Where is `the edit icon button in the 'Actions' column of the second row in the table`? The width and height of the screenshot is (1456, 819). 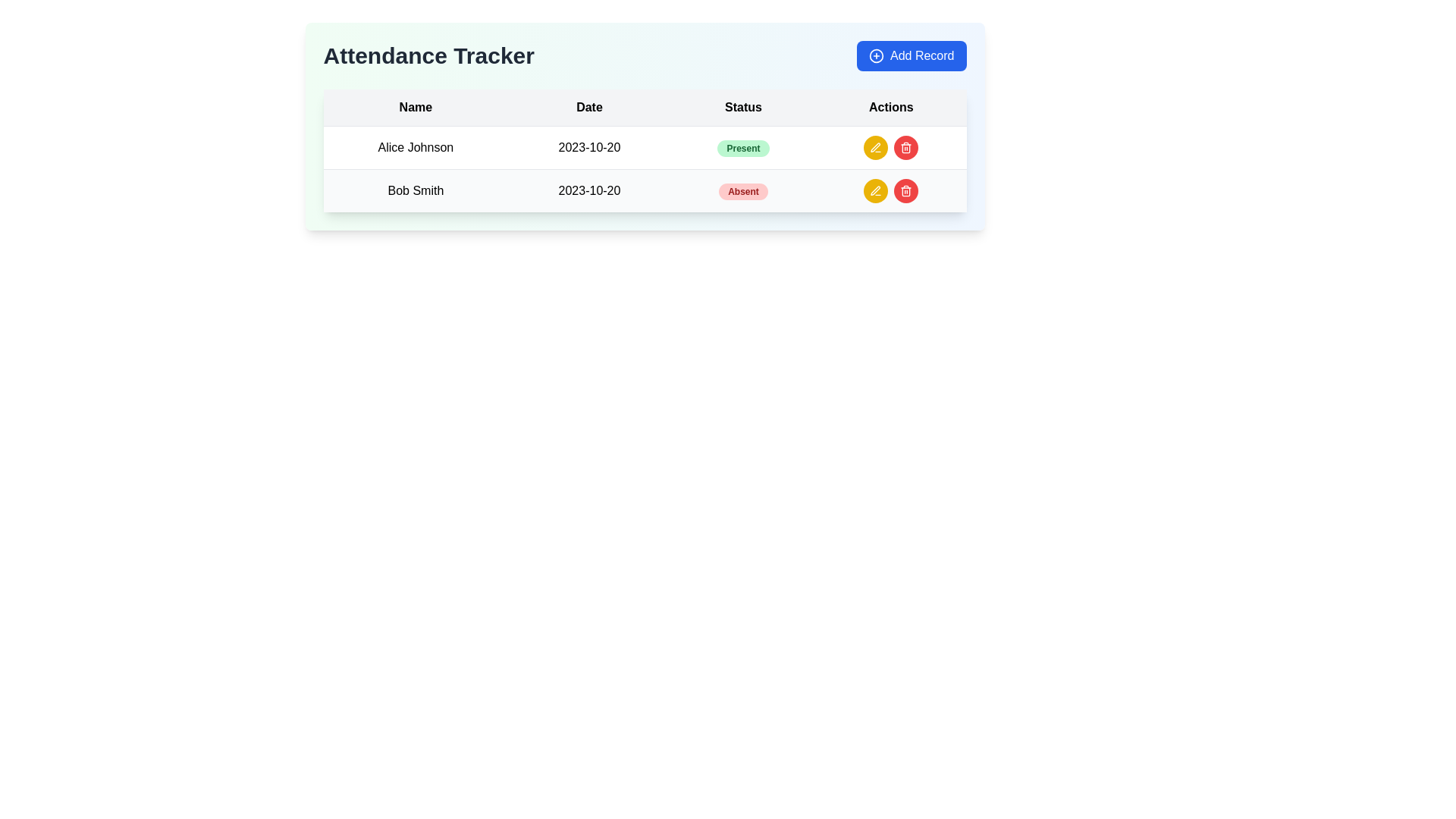 the edit icon button in the 'Actions' column of the second row in the table is located at coordinates (876, 147).